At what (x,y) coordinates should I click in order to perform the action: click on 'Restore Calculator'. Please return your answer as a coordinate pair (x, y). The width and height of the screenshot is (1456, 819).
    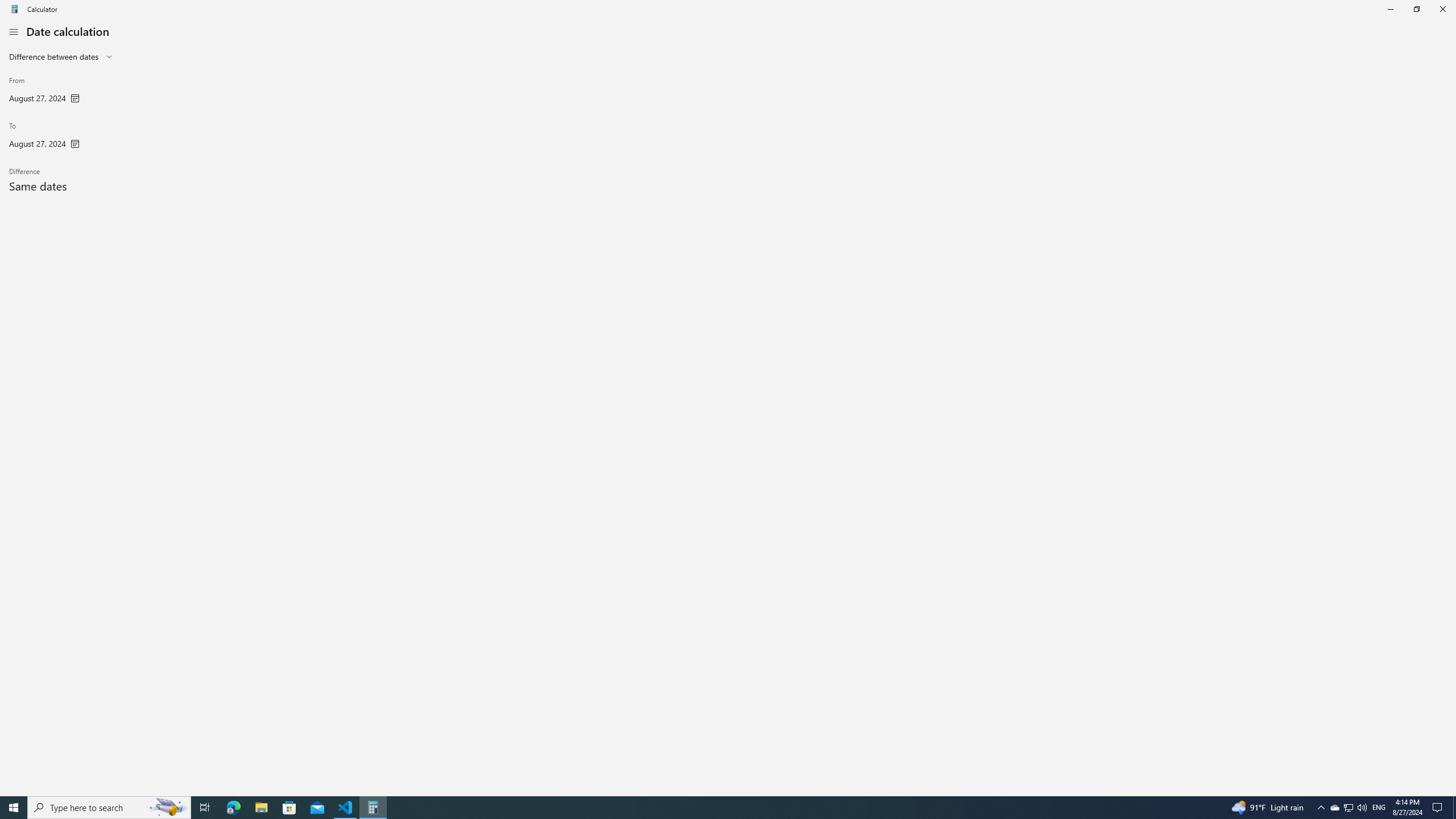
    Looking at the image, I should click on (1416, 9).